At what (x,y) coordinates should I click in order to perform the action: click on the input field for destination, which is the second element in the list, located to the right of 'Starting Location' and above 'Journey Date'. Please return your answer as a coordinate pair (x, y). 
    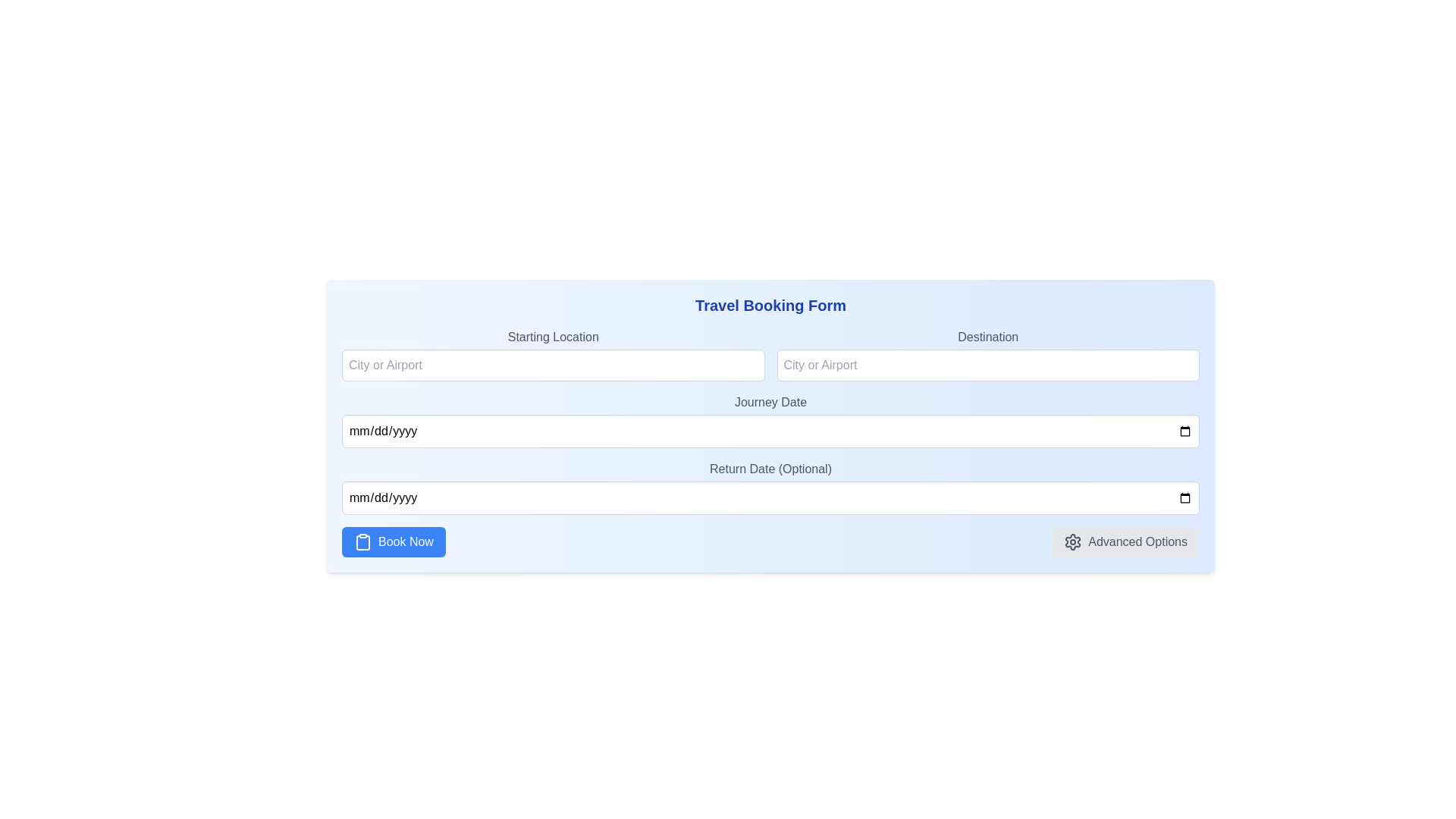
    Looking at the image, I should click on (988, 354).